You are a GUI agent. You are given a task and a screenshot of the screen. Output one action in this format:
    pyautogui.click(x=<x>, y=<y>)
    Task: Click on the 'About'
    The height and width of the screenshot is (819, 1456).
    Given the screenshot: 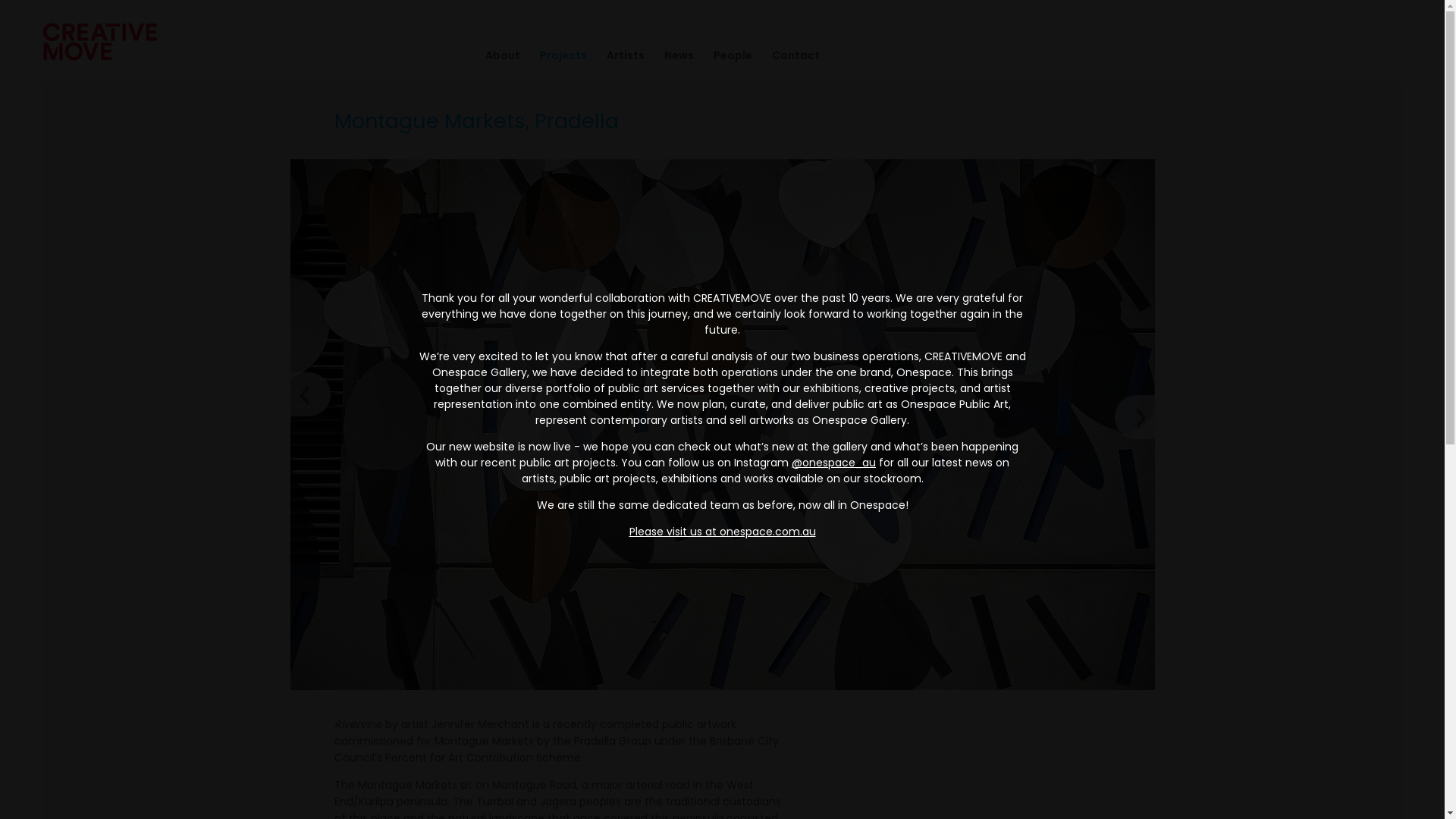 What is the action you would take?
    pyautogui.click(x=492, y=55)
    